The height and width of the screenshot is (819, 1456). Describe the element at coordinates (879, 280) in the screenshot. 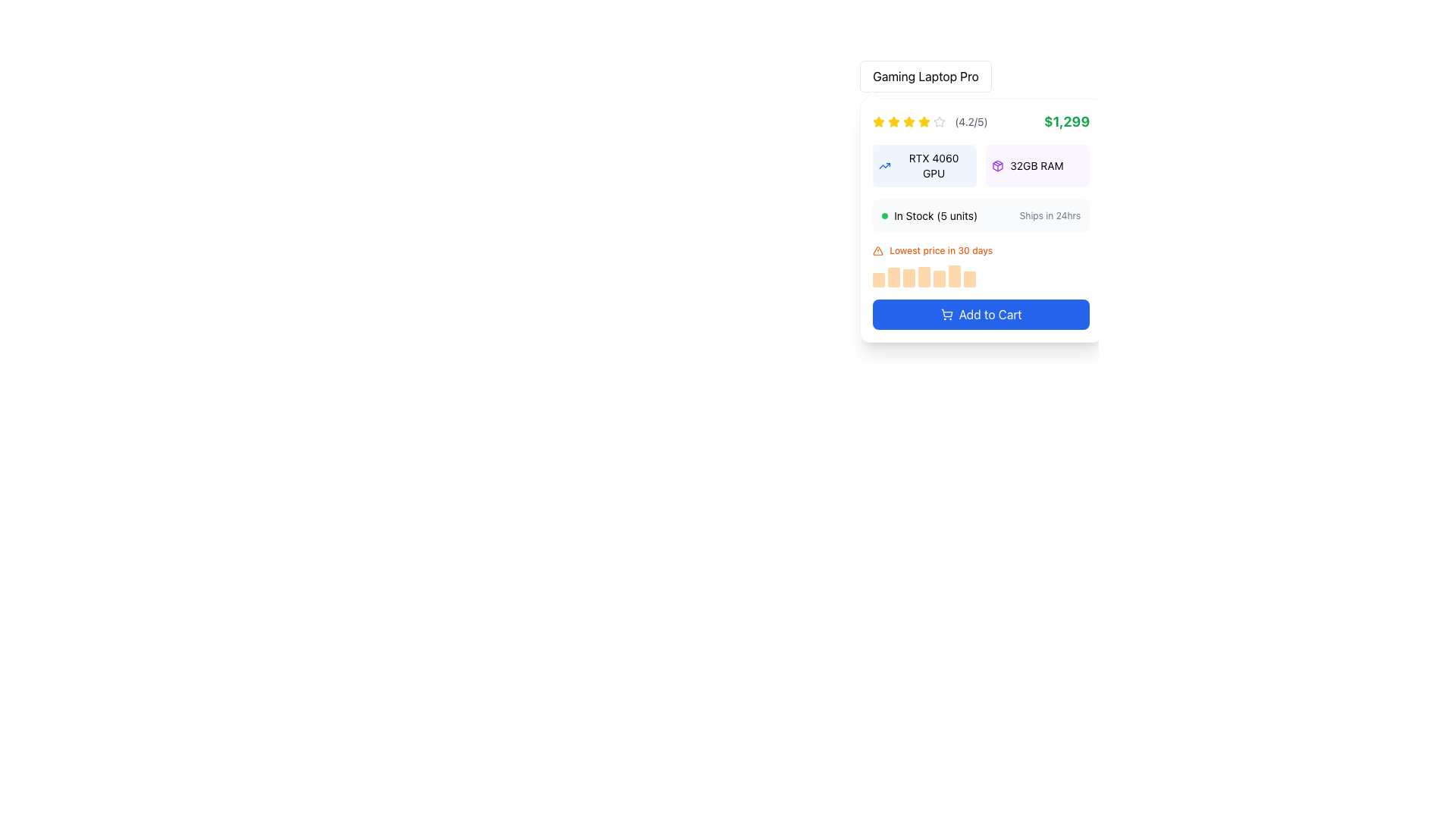

I see `the first orange Graph bar located below the 'Lowest price in 30 days' text, which is the first element in a series of seven similar bars` at that location.